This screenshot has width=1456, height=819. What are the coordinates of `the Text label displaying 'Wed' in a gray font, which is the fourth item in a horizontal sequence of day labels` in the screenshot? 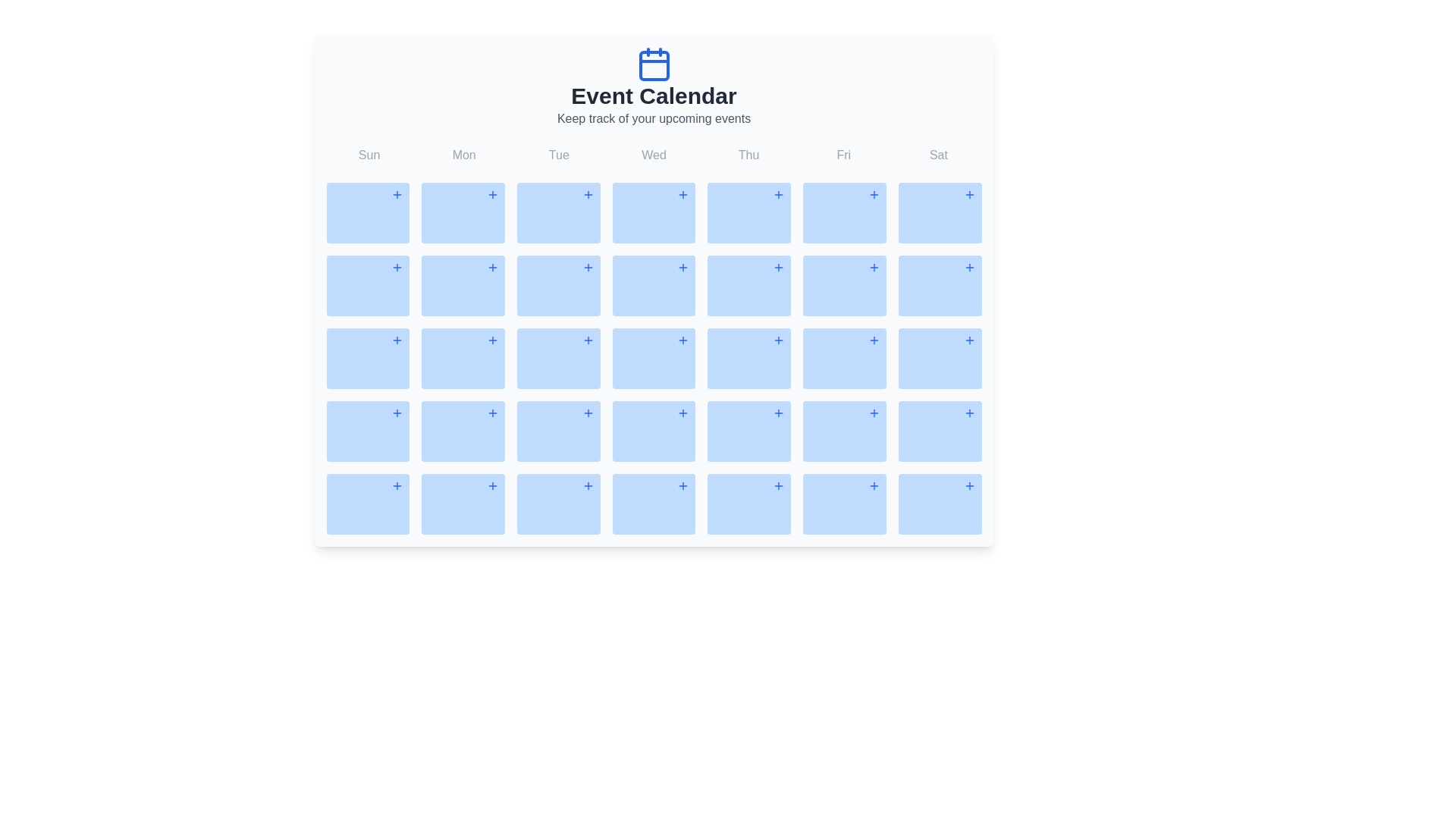 It's located at (654, 155).